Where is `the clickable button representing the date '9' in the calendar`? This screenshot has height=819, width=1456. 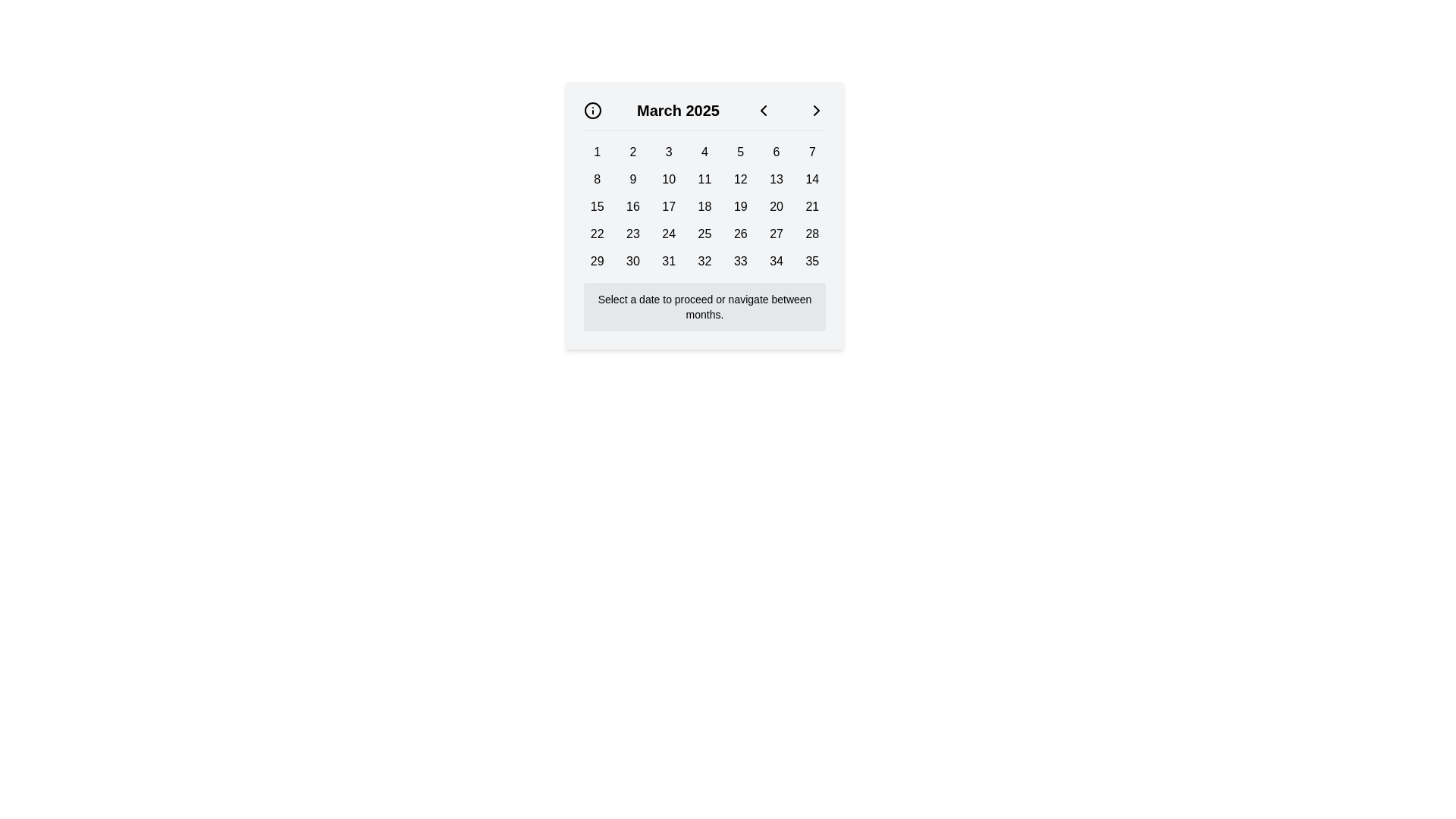 the clickable button representing the date '9' in the calendar is located at coordinates (633, 178).